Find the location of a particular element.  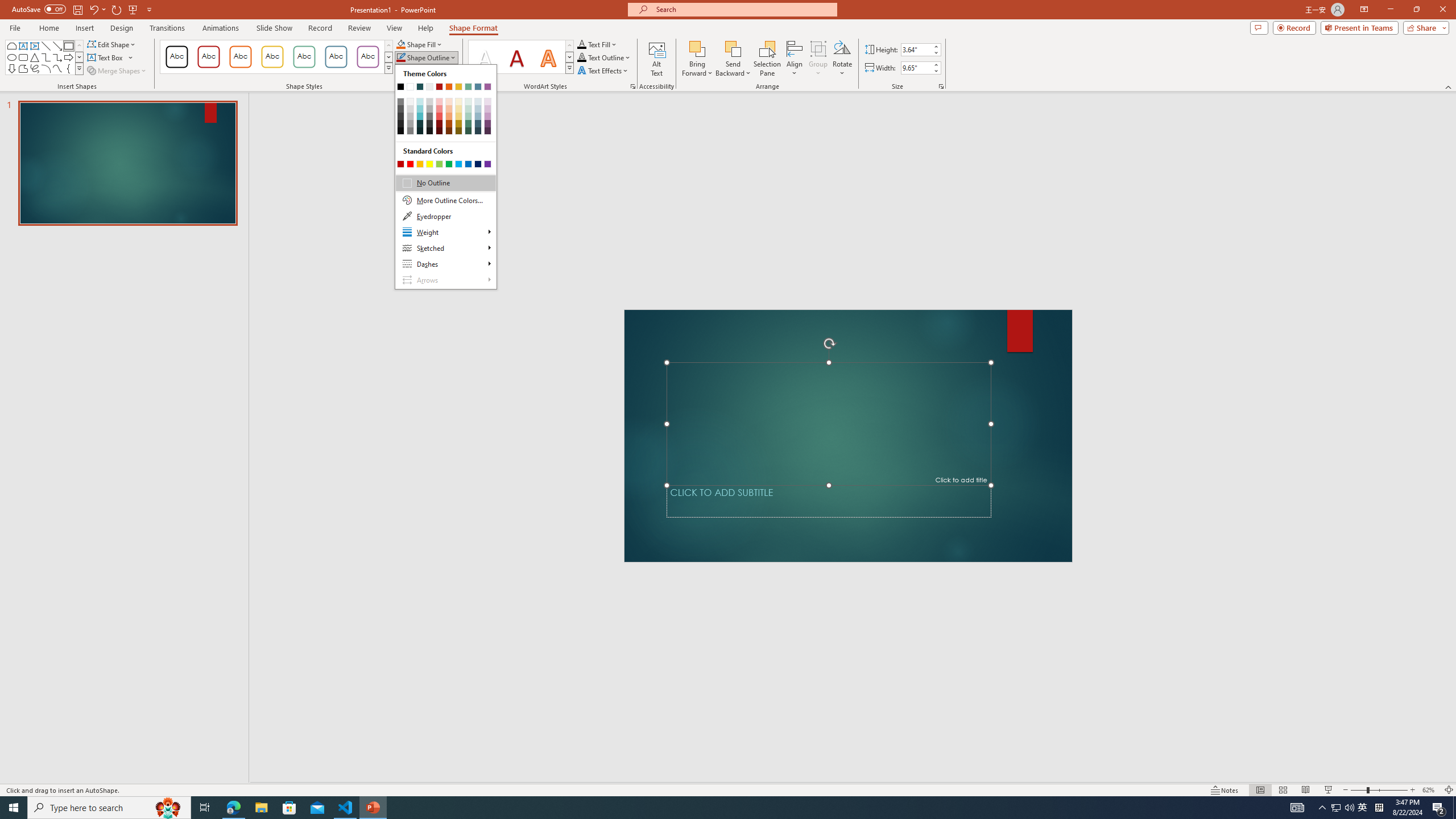

'Colored Outline - Purple, Accent 6' is located at coordinates (368, 56).